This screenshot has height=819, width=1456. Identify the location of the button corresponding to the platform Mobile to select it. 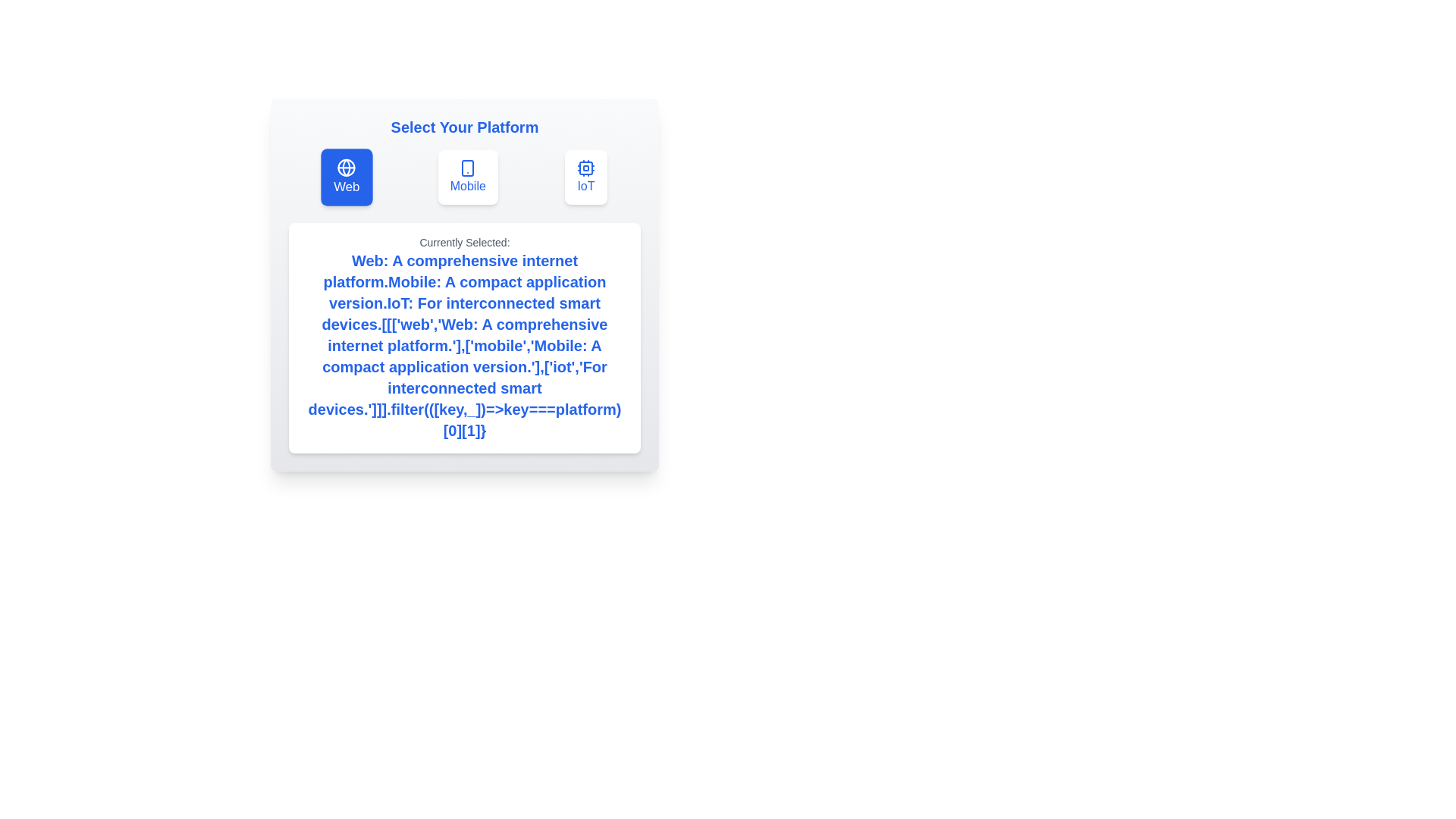
(467, 177).